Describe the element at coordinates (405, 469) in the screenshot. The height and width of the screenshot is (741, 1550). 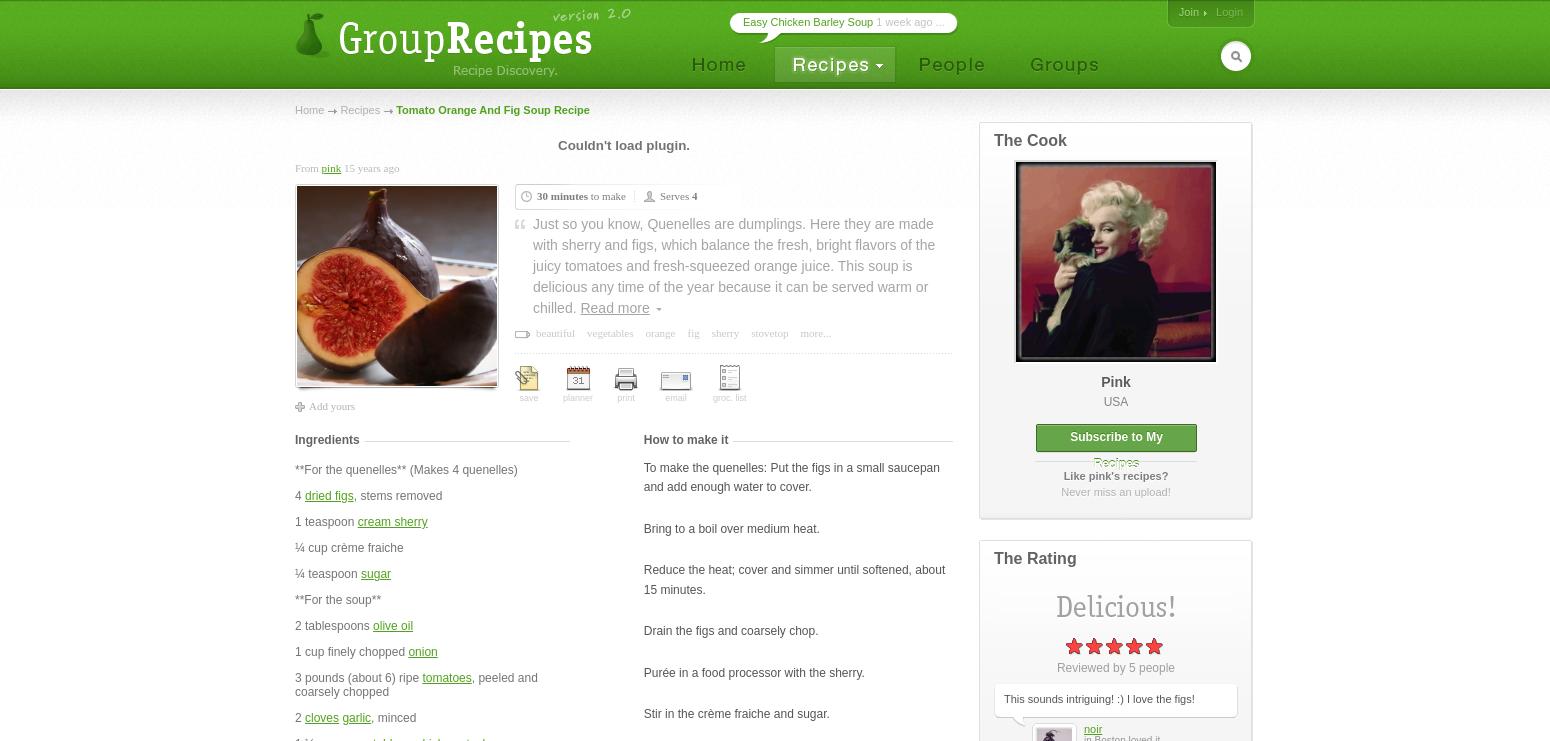
I see `'**For the quenelles** (Makes 4 quenelles)'` at that location.